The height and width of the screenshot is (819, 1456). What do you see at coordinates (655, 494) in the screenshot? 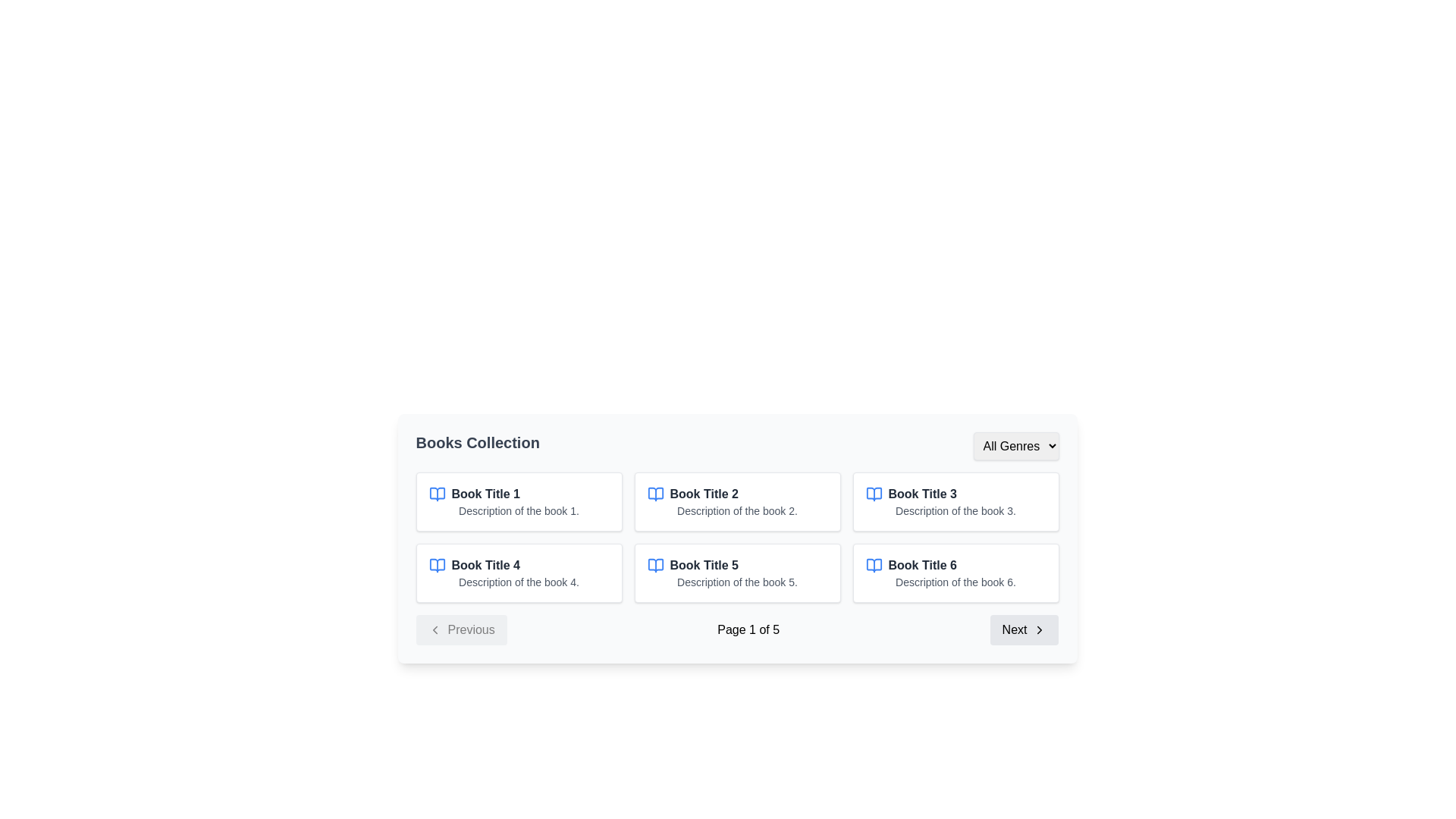
I see `the book icon located to the left of the title text 'Book Title 2' in the second position of a 2x3 grid layout` at bounding box center [655, 494].